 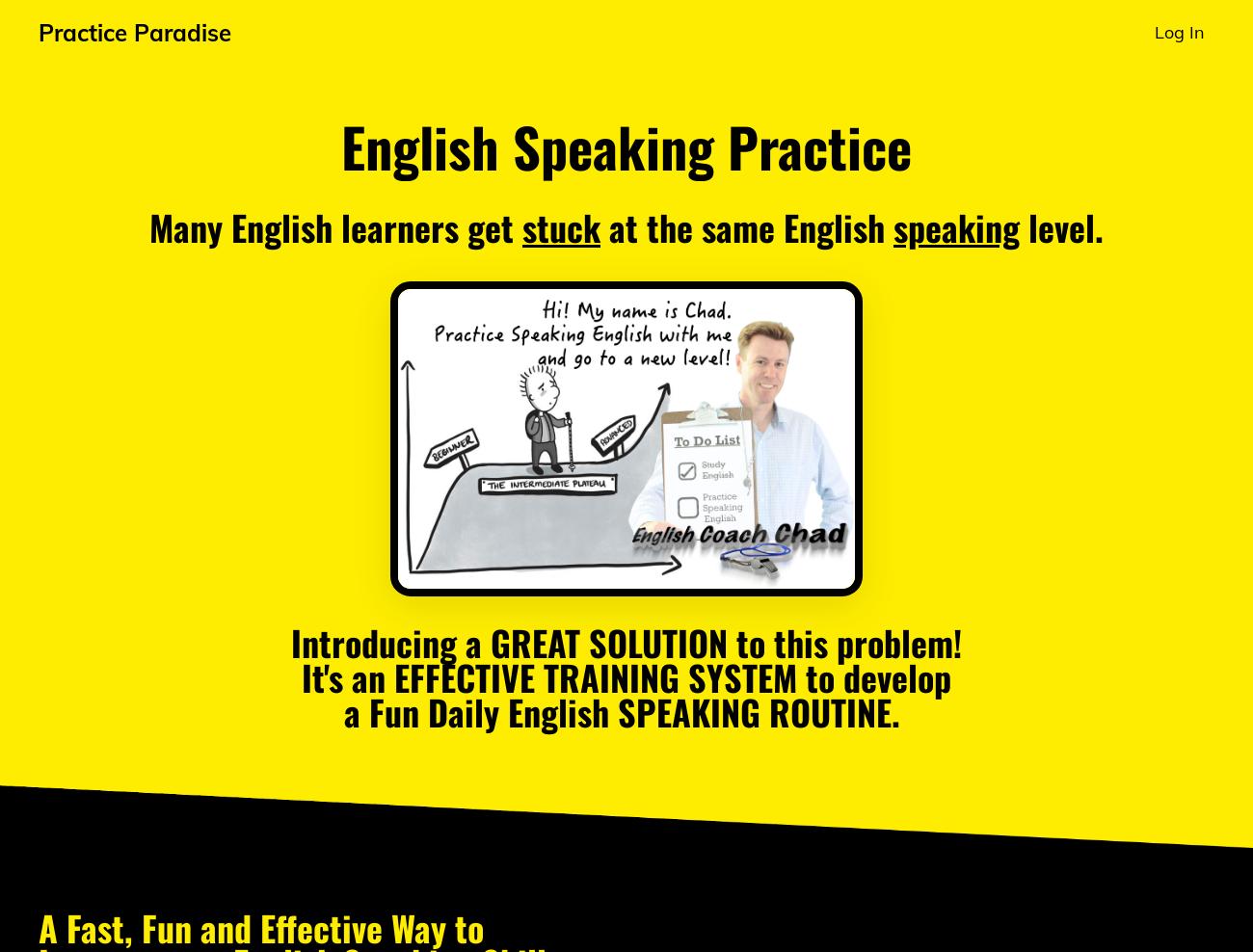 I want to click on 'stuck', so click(x=560, y=225).